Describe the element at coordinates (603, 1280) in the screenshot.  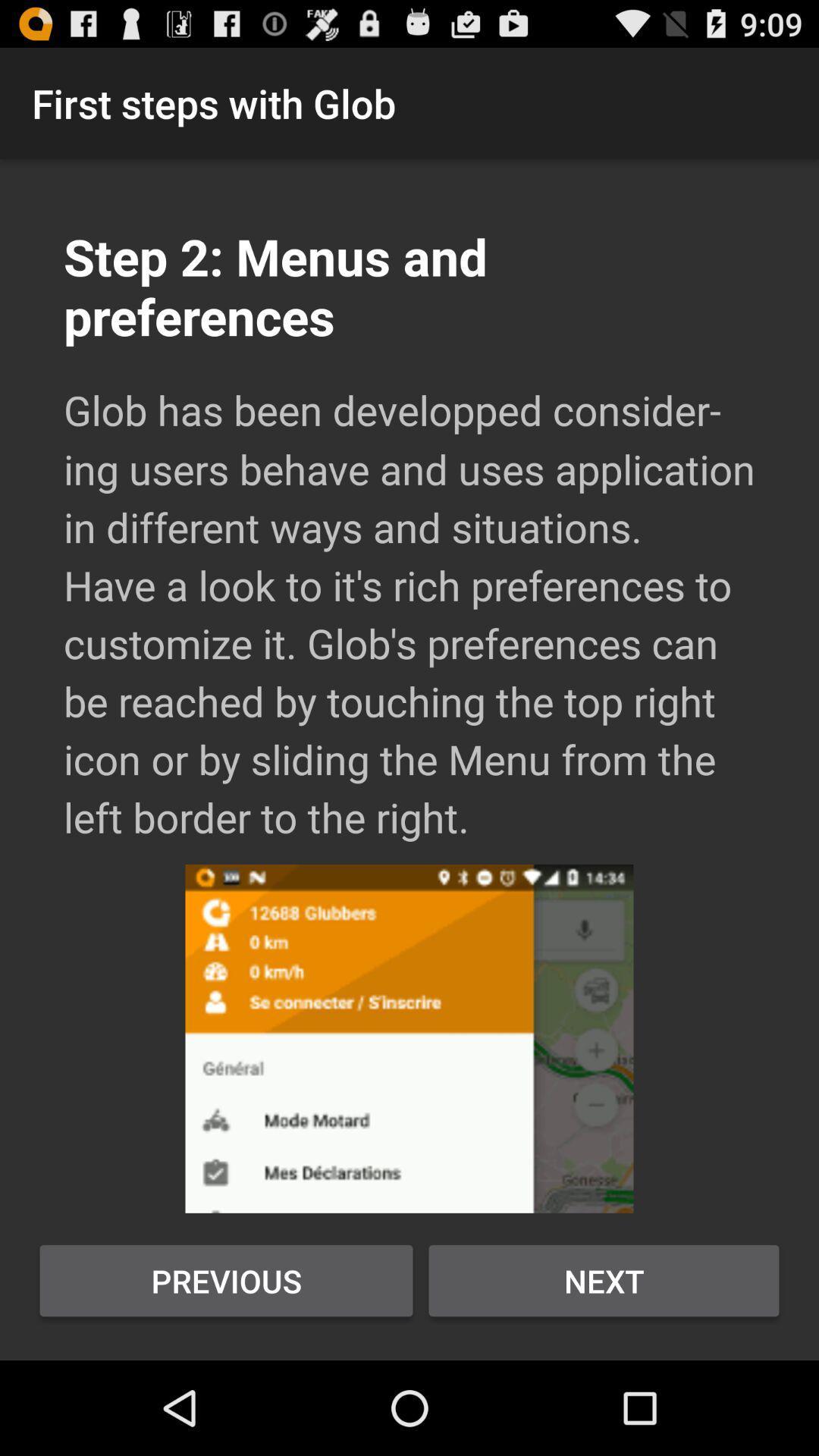
I see `the item at the bottom right corner` at that location.